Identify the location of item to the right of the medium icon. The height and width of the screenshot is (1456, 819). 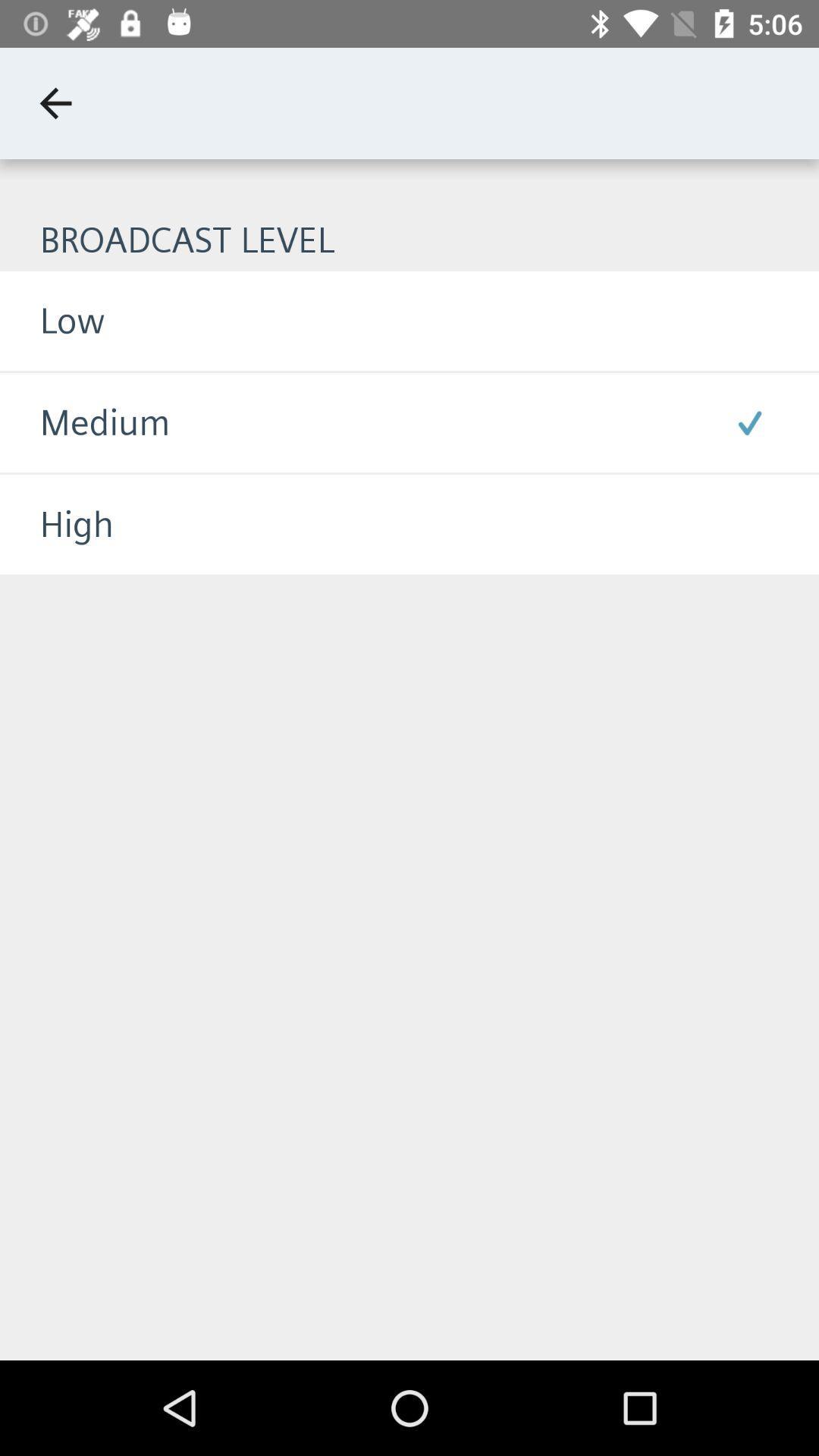
(748, 422).